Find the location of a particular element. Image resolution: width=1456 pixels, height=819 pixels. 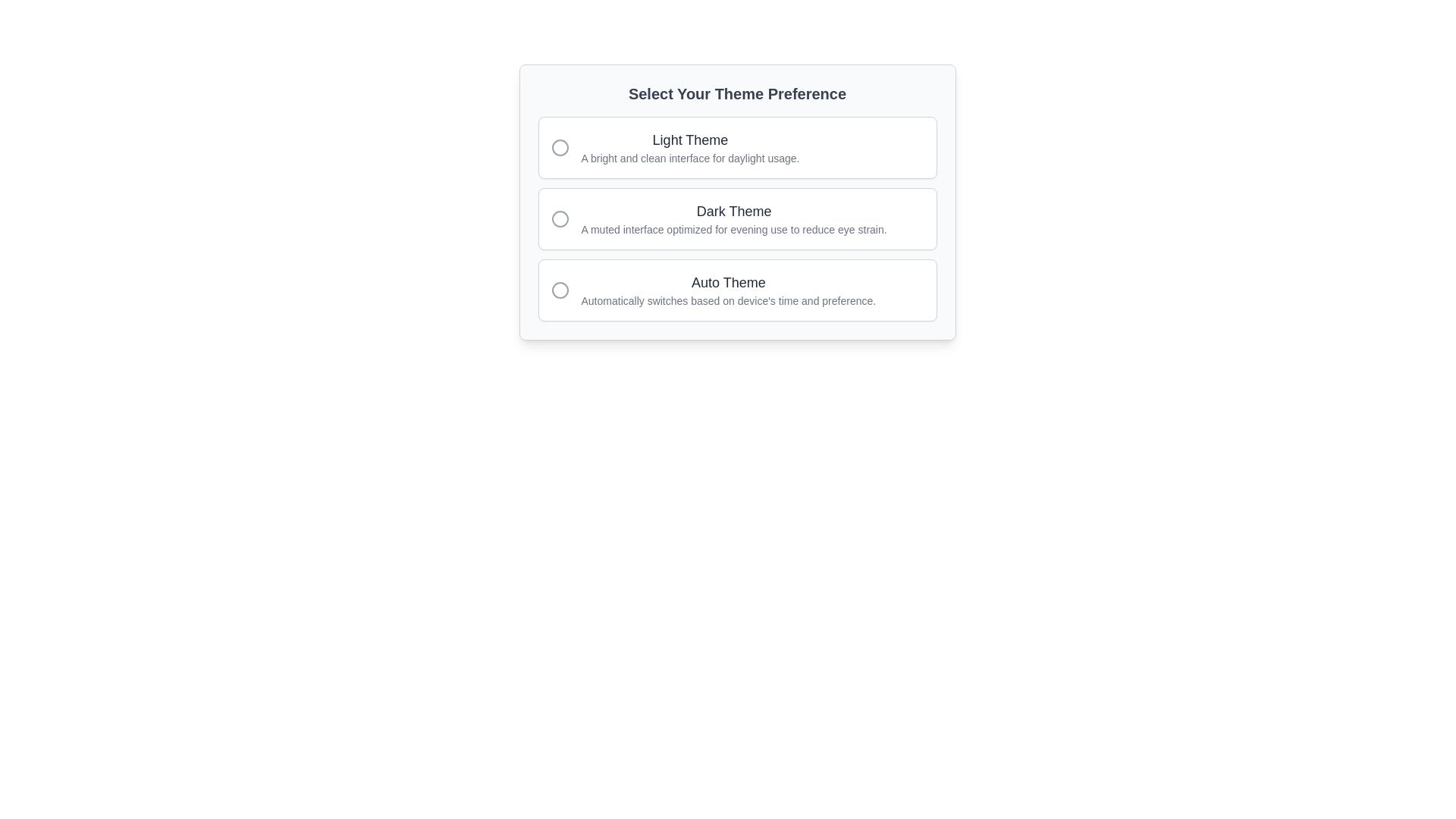

the 'Dark Theme' label in the theme preference selector, which is positioned between 'Light Theme' and 'Auto Theme' is located at coordinates (734, 219).